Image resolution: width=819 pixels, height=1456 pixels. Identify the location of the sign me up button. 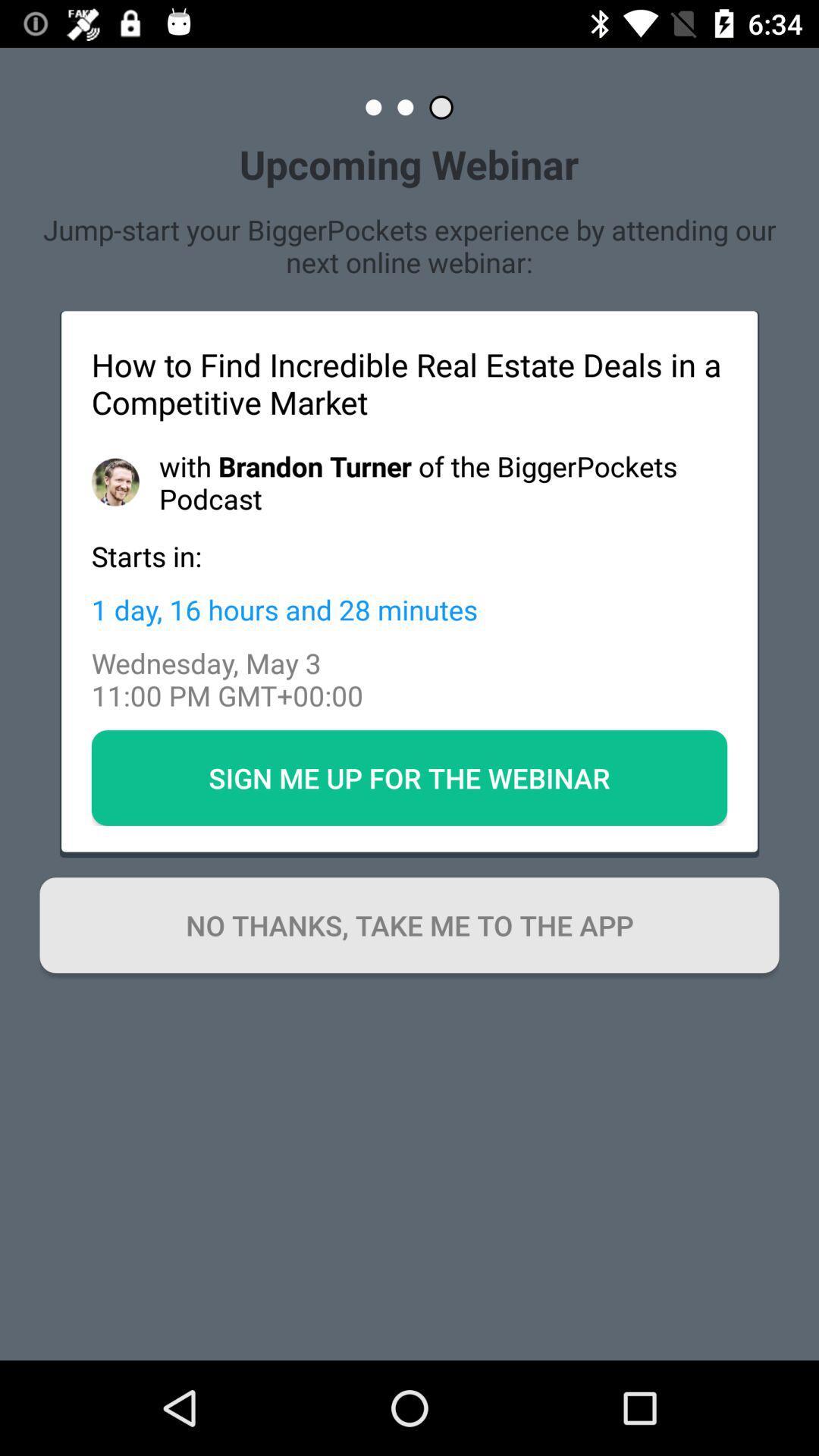
(409, 778).